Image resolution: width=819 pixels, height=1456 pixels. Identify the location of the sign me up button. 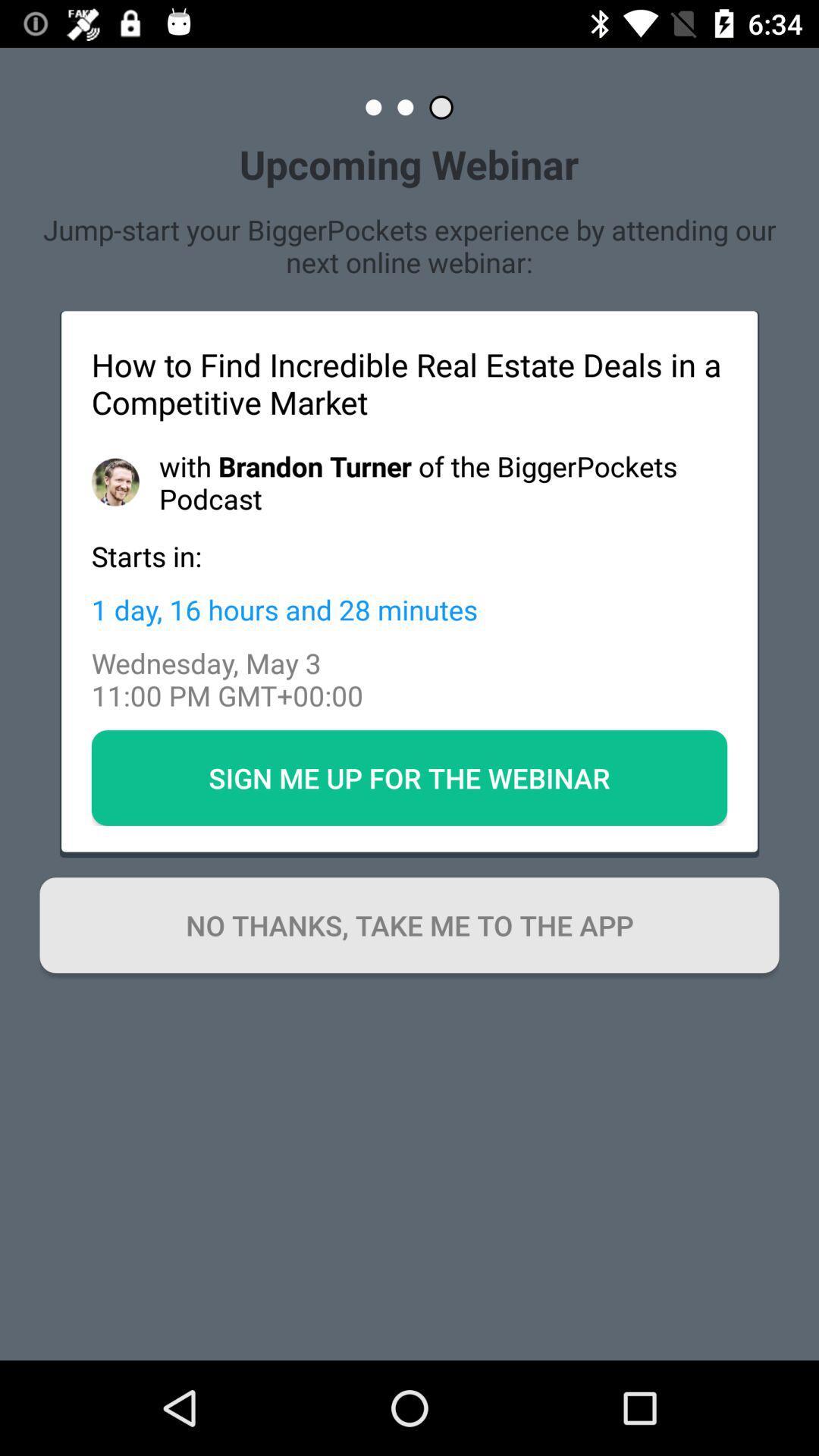
(409, 778).